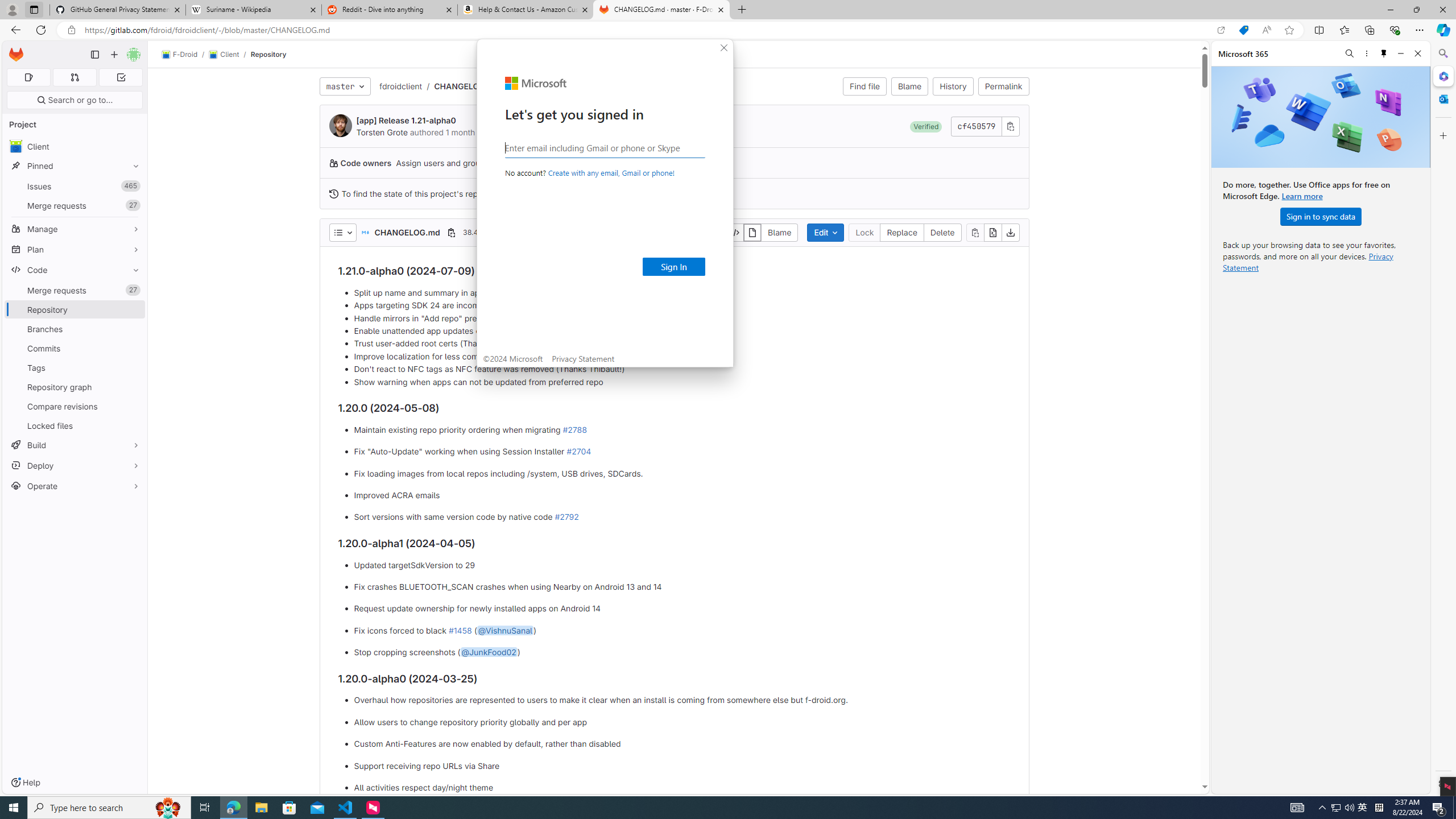 This screenshot has width=1456, height=819. Describe the element at coordinates (341, 126) in the screenshot. I see `'Torsten Grote'` at that location.